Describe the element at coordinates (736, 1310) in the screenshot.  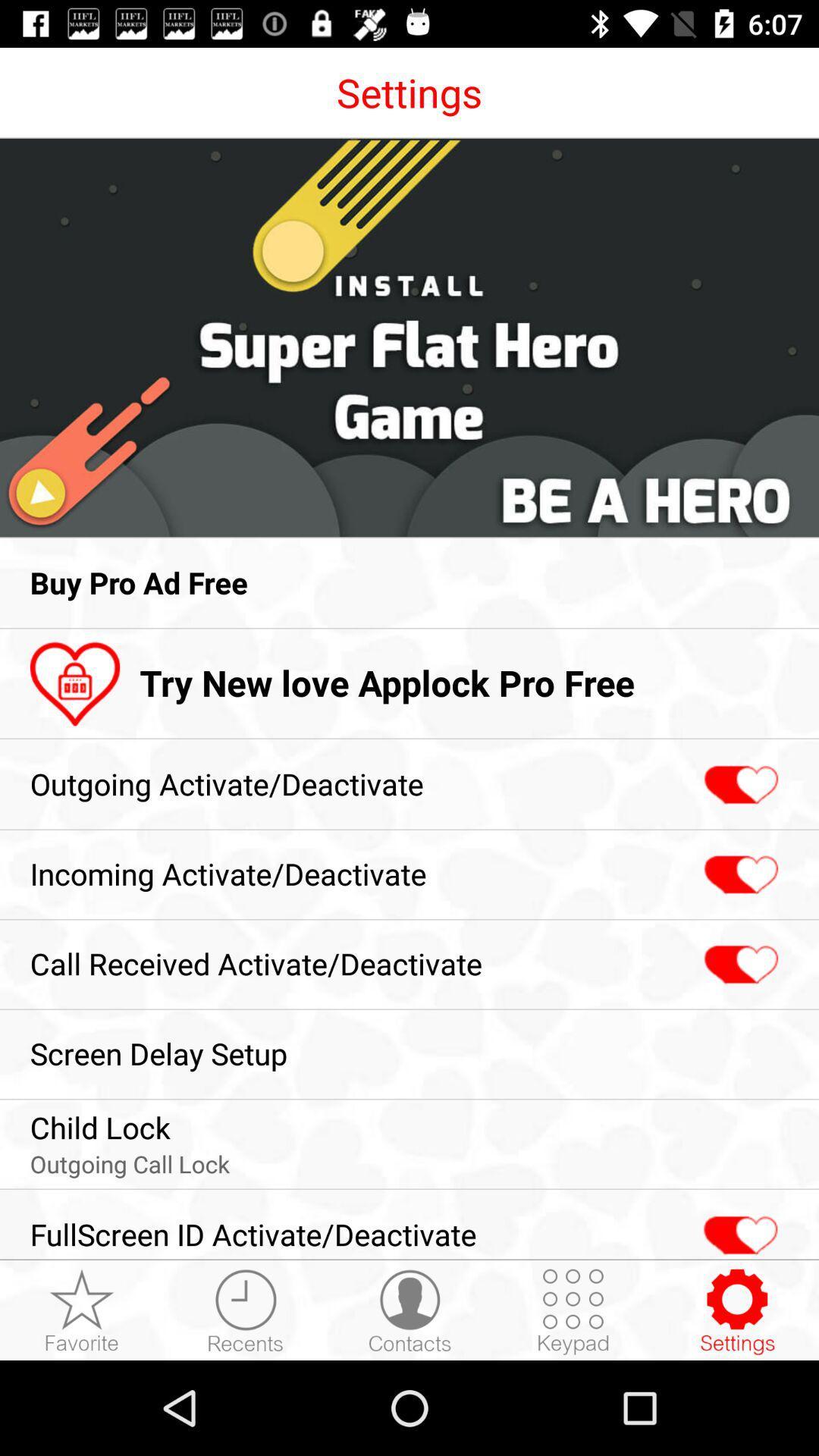
I see `settings option` at that location.